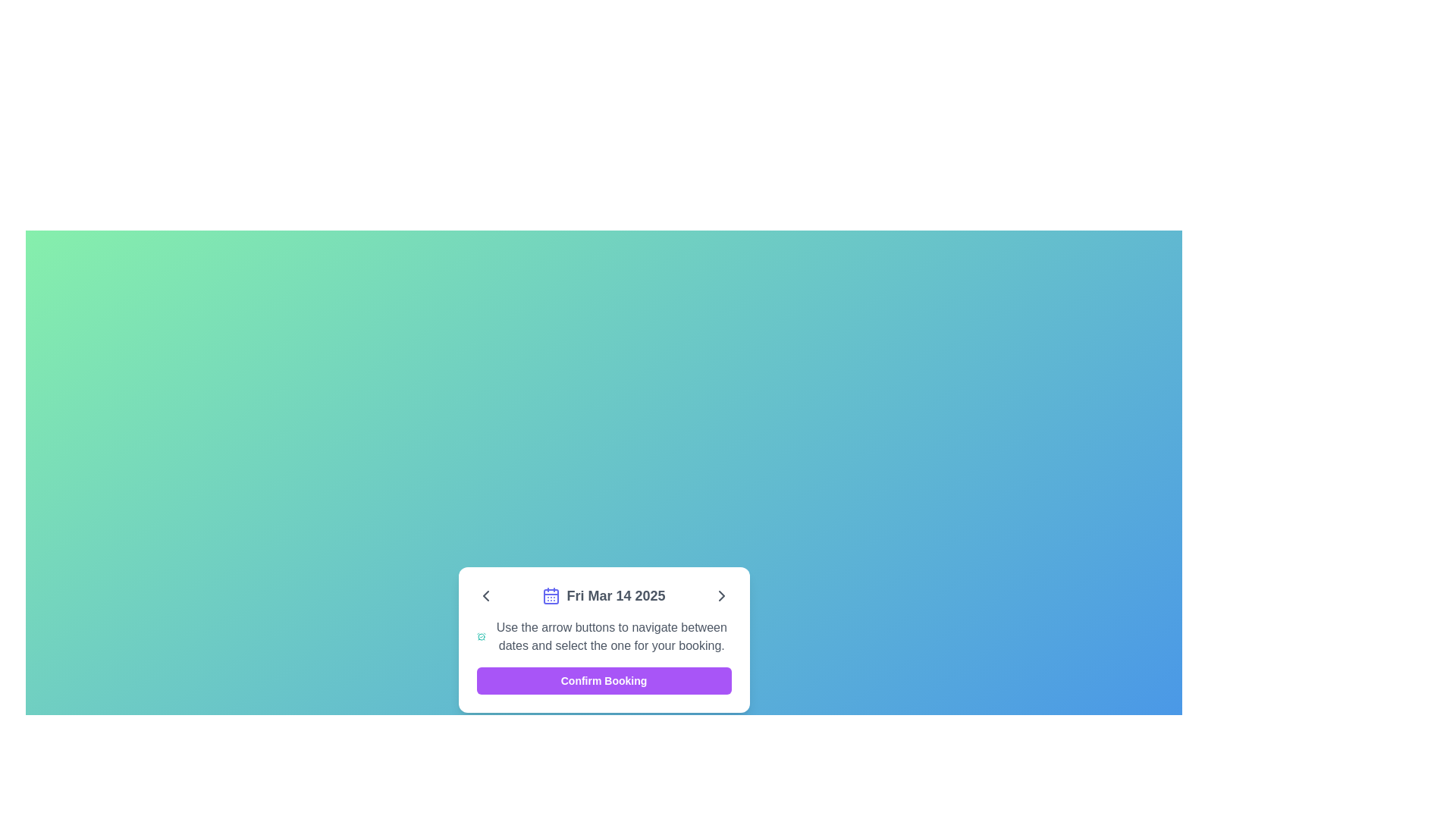 The image size is (1456, 819). Describe the element at coordinates (603, 595) in the screenshot. I see `the label displaying the date 'Fri Mar 14 2025' with an indigo calendar icon, which is the second element from the left in a pop-up dialog box` at that location.